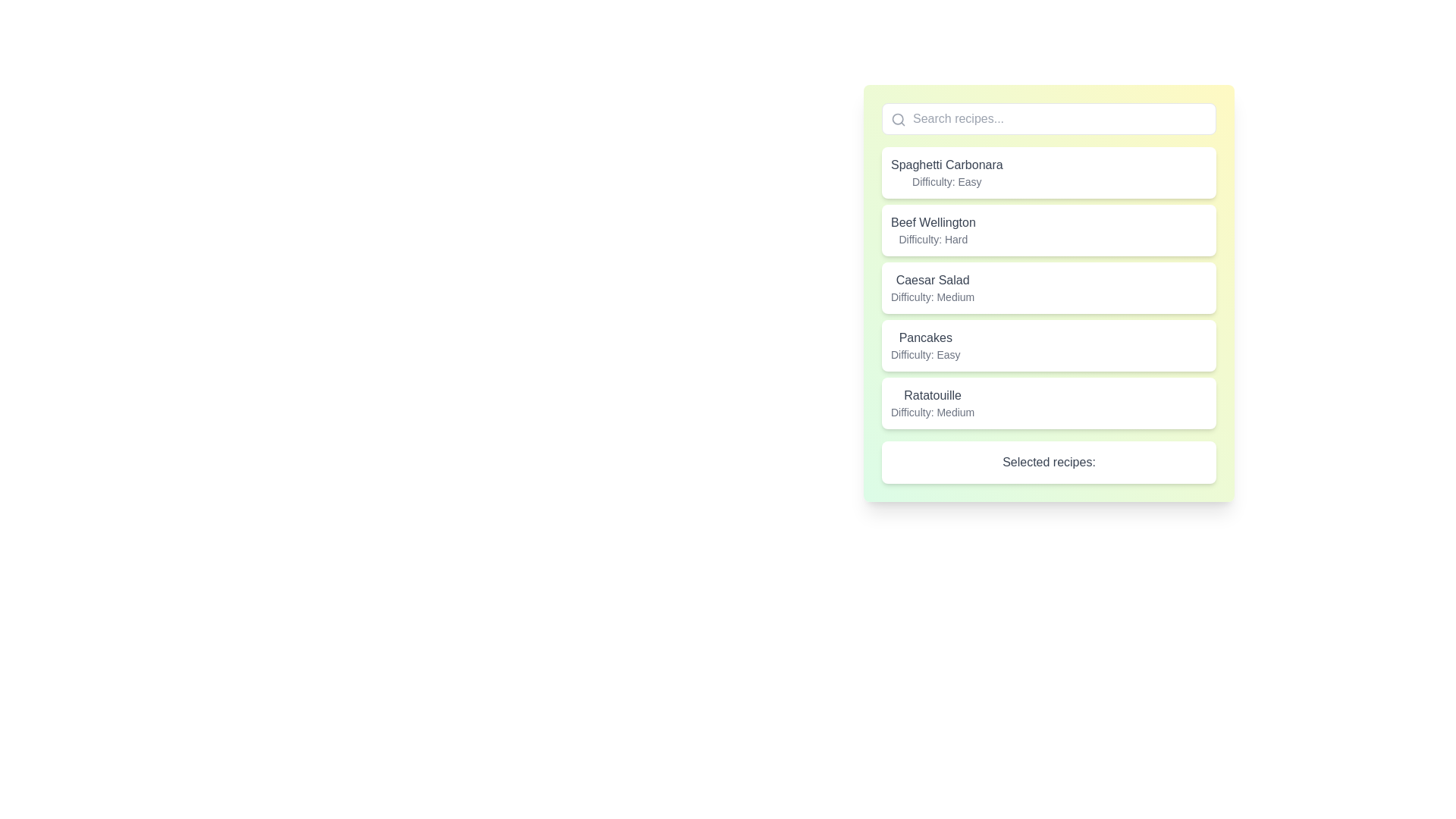 The width and height of the screenshot is (1456, 819). Describe the element at coordinates (924, 345) in the screenshot. I see `displayed information of the recipe 'Pancakes' with difficulty level 'Easy', which is the fourth item in the vertical list located beneath 'Caesar Salad'` at that location.